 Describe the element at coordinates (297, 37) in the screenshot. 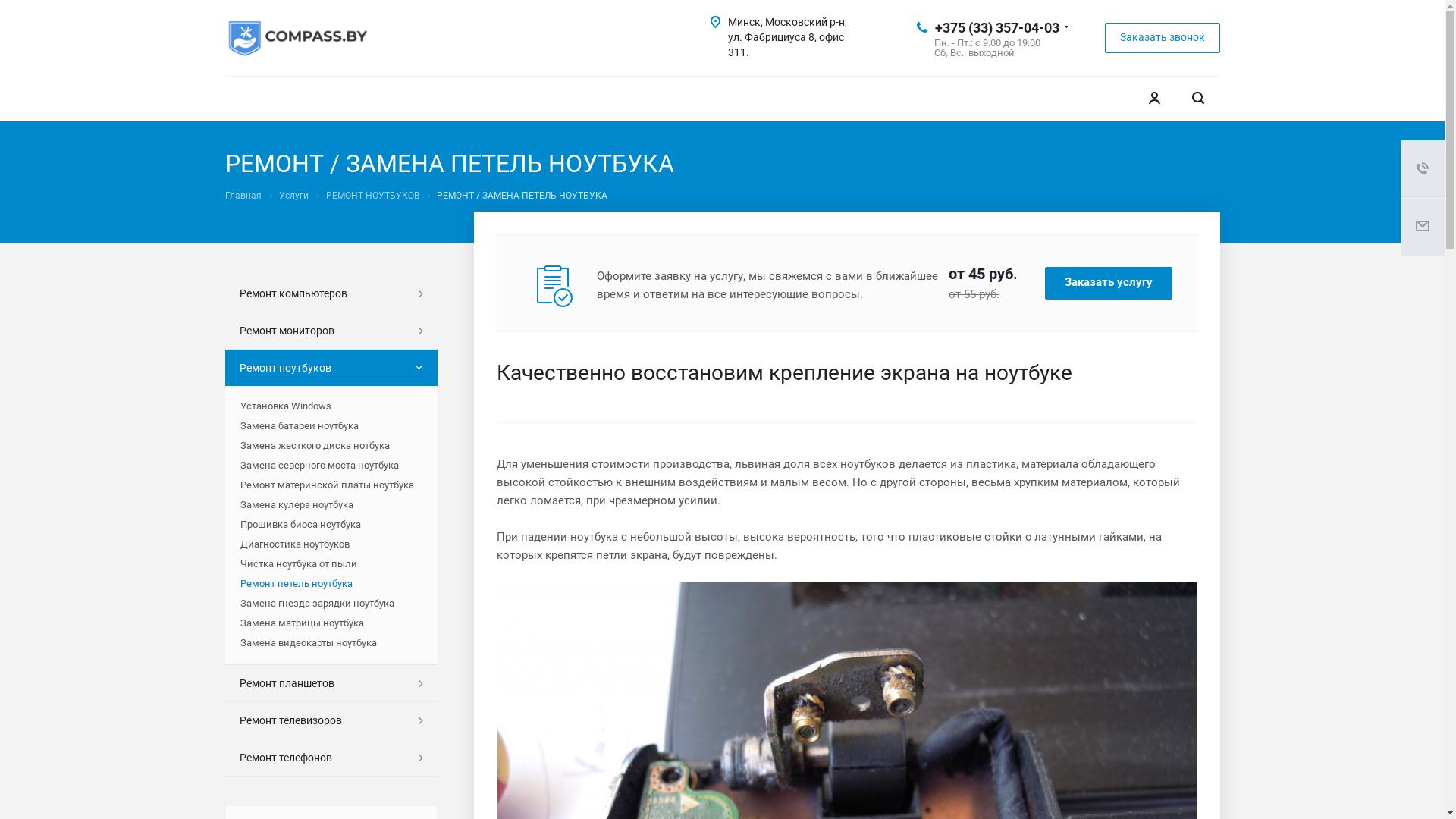

I see `'compass.by'` at that location.